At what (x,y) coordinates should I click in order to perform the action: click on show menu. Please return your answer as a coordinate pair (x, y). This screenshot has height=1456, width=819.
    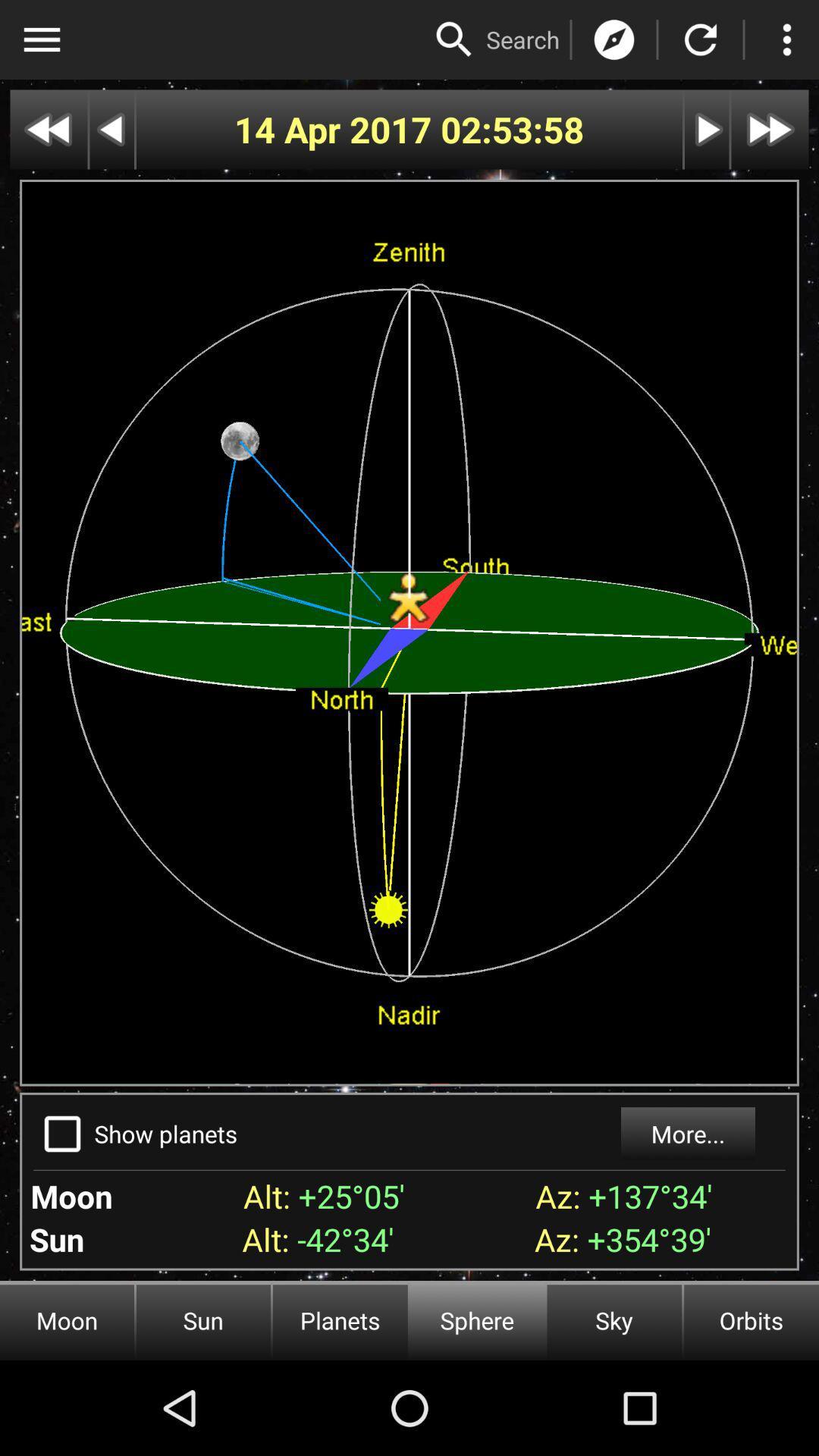
    Looking at the image, I should click on (41, 39).